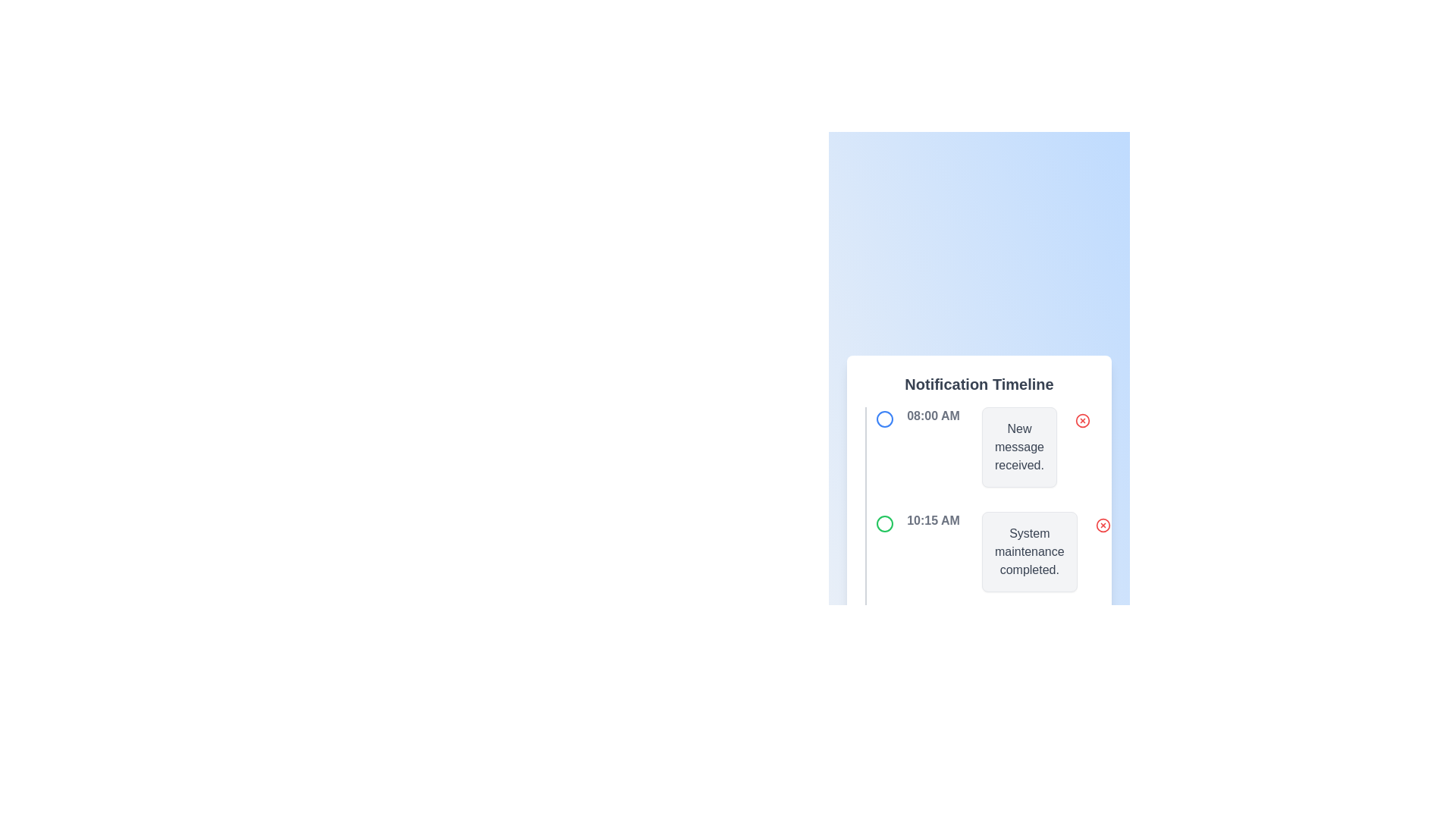 This screenshot has height=819, width=1456. Describe the element at coordinates (989, 558) in the screenshot. I see `the second notification item indicating successful system maintenance in the notification timeline interface` at that location.